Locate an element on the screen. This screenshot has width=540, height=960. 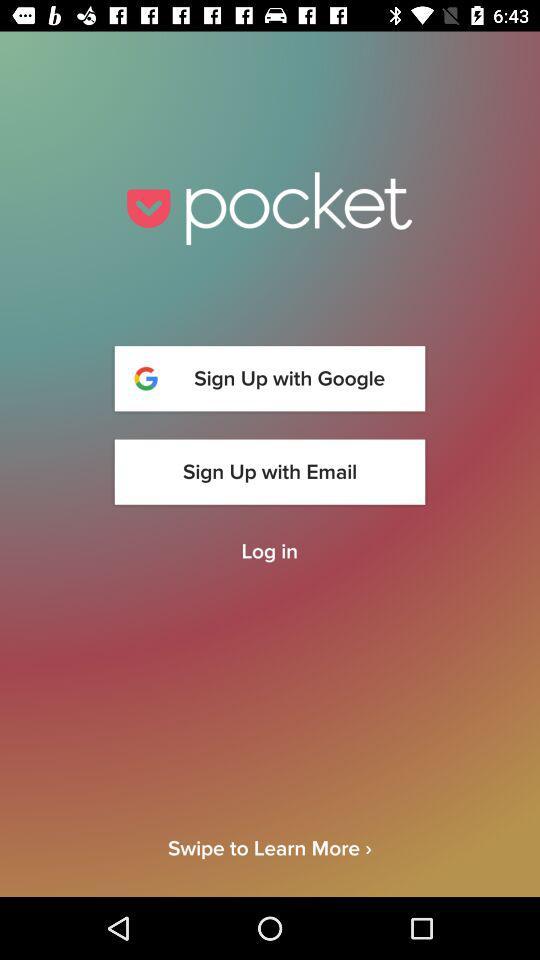
the item above swipe to learn icon is located at coordinates (269, 551).